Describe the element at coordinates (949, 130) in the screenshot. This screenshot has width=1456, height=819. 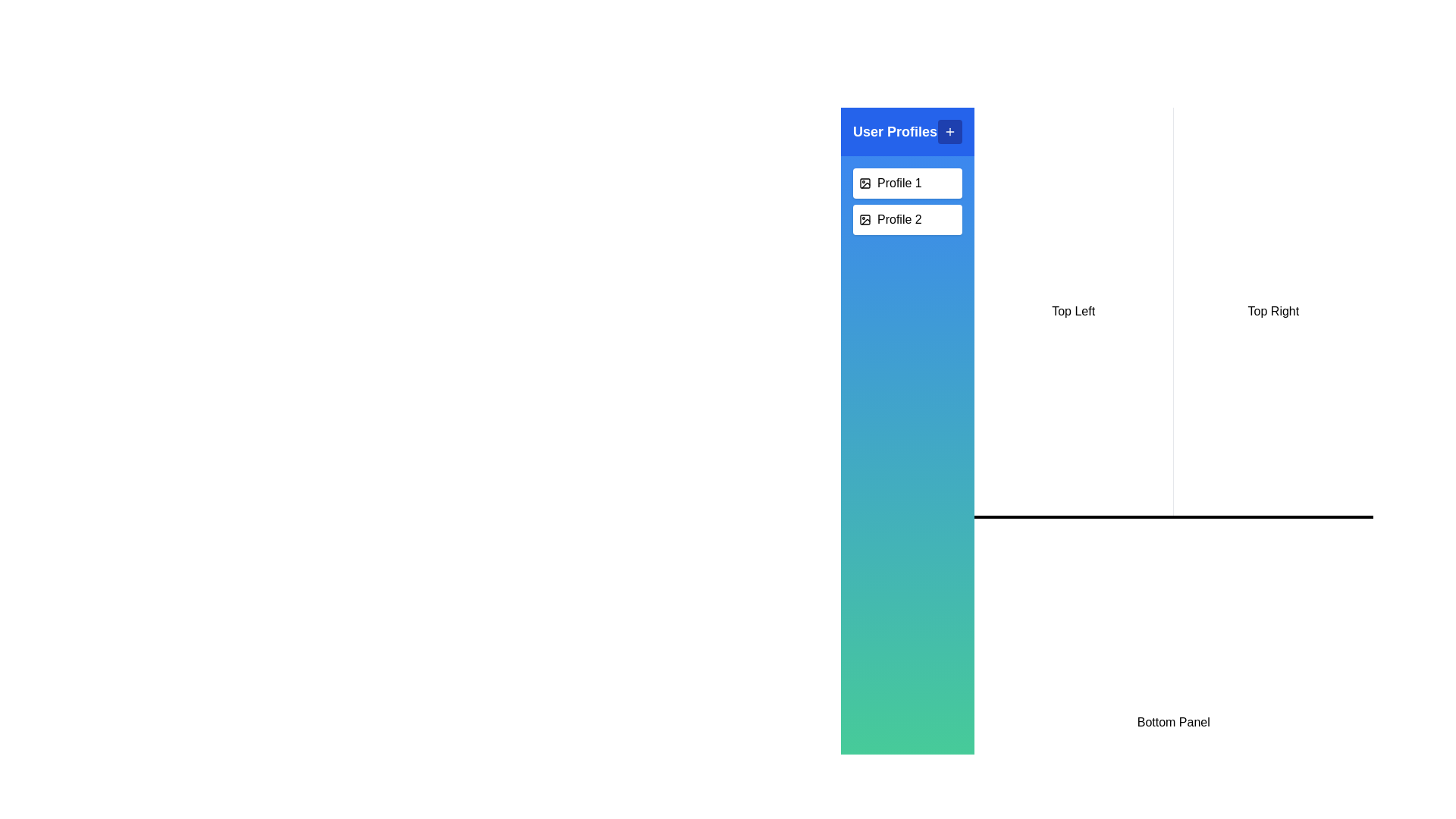
I see `the 'Add' icon located at the top-right corner of the blue bar labeled 'User Profiles'` at that location.